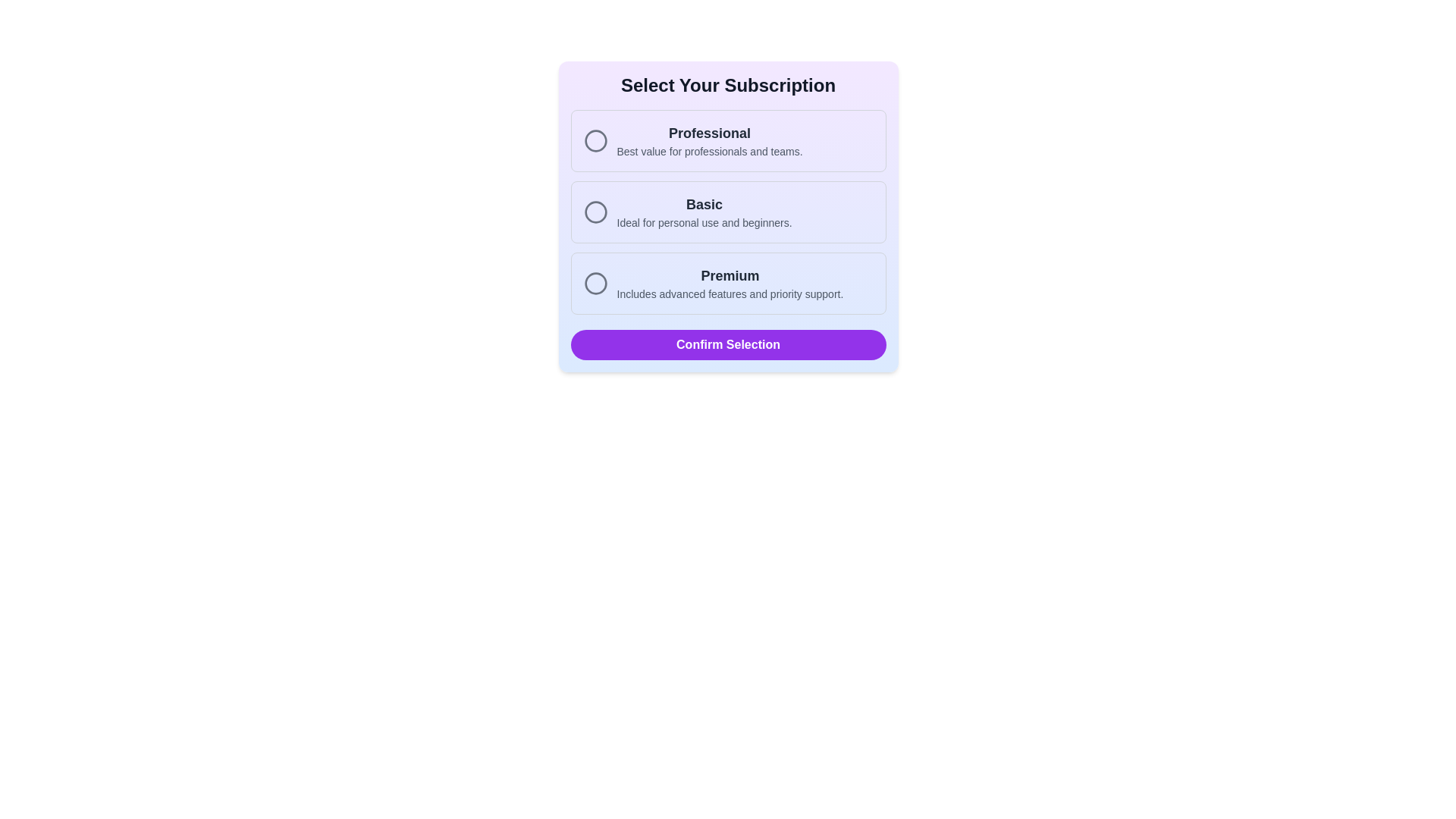 This screenshot has width=1456, height=819. I want to click on the text label displaying 'Best value for professionals and teams.' which is located below the header 'Professional' in the subscription option card, so click(709, 152).